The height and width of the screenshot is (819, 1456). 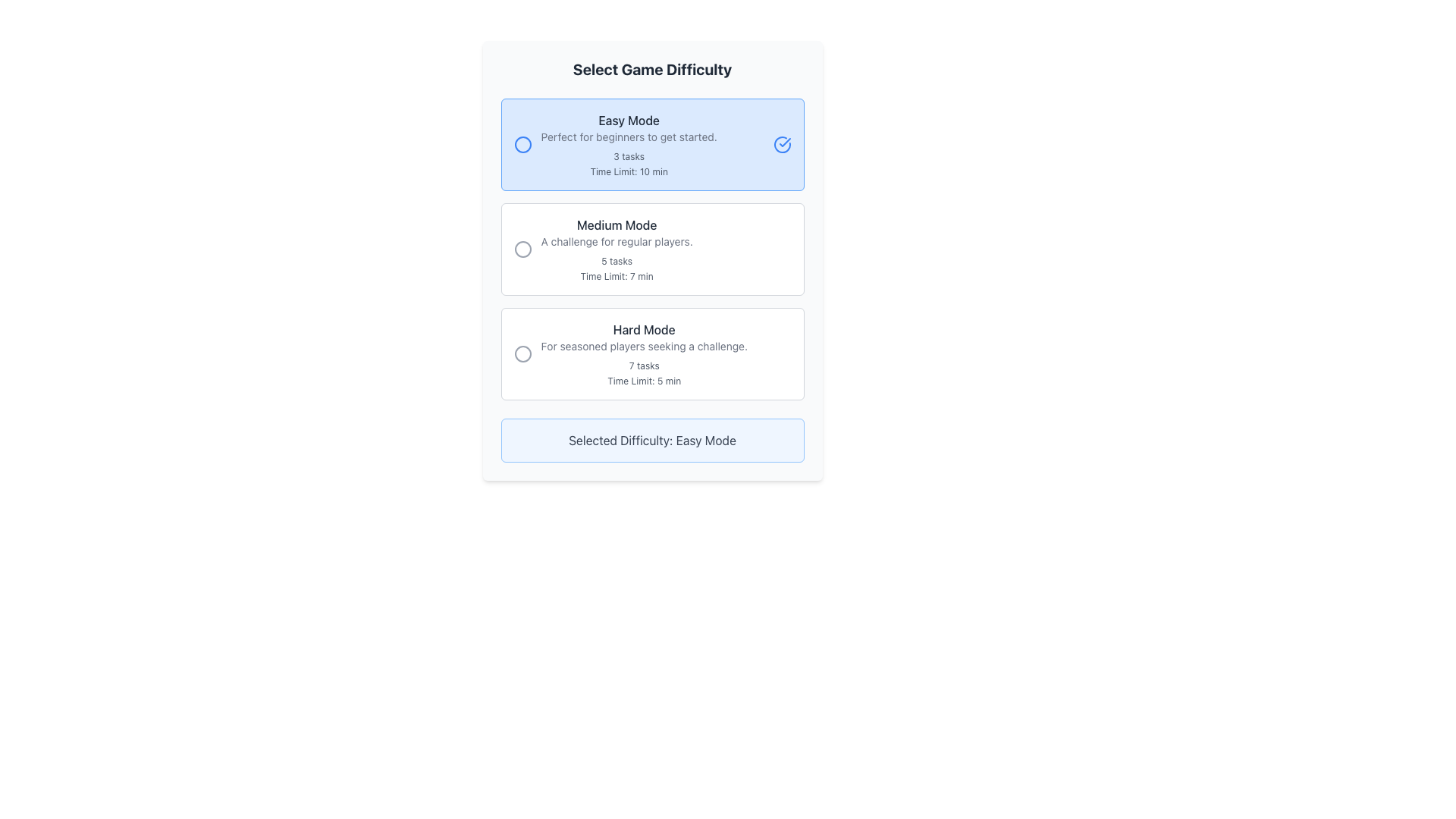 I want to click on the text label displaying the time limit for Easy Mode difficulty level, located directly below the '3 tasks' line in the Easy Mode option box, so click(x=629, y=171).